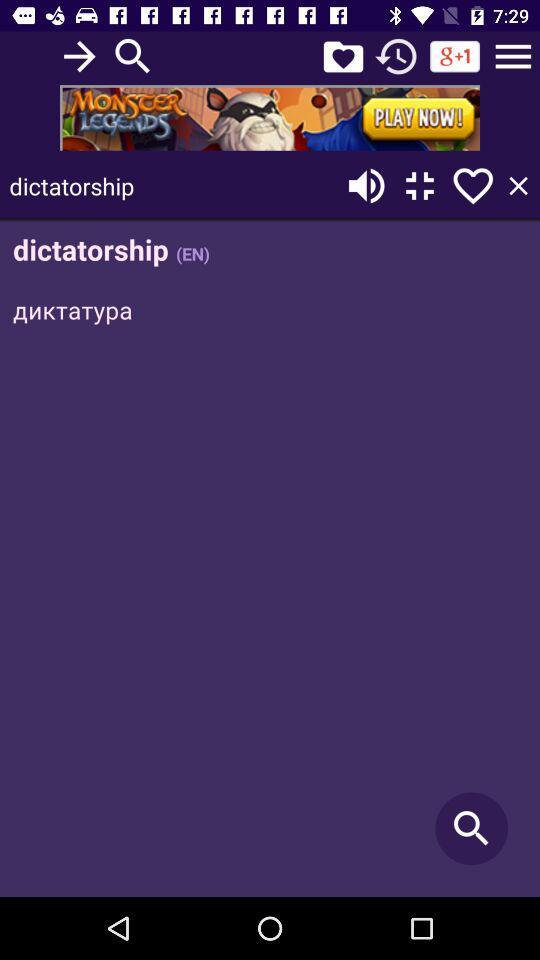 This screenshot has height=960, width=540. What do you see at coordinates (518, 186) in the screenshot?
I see `button` at bounding box center [518, 186].